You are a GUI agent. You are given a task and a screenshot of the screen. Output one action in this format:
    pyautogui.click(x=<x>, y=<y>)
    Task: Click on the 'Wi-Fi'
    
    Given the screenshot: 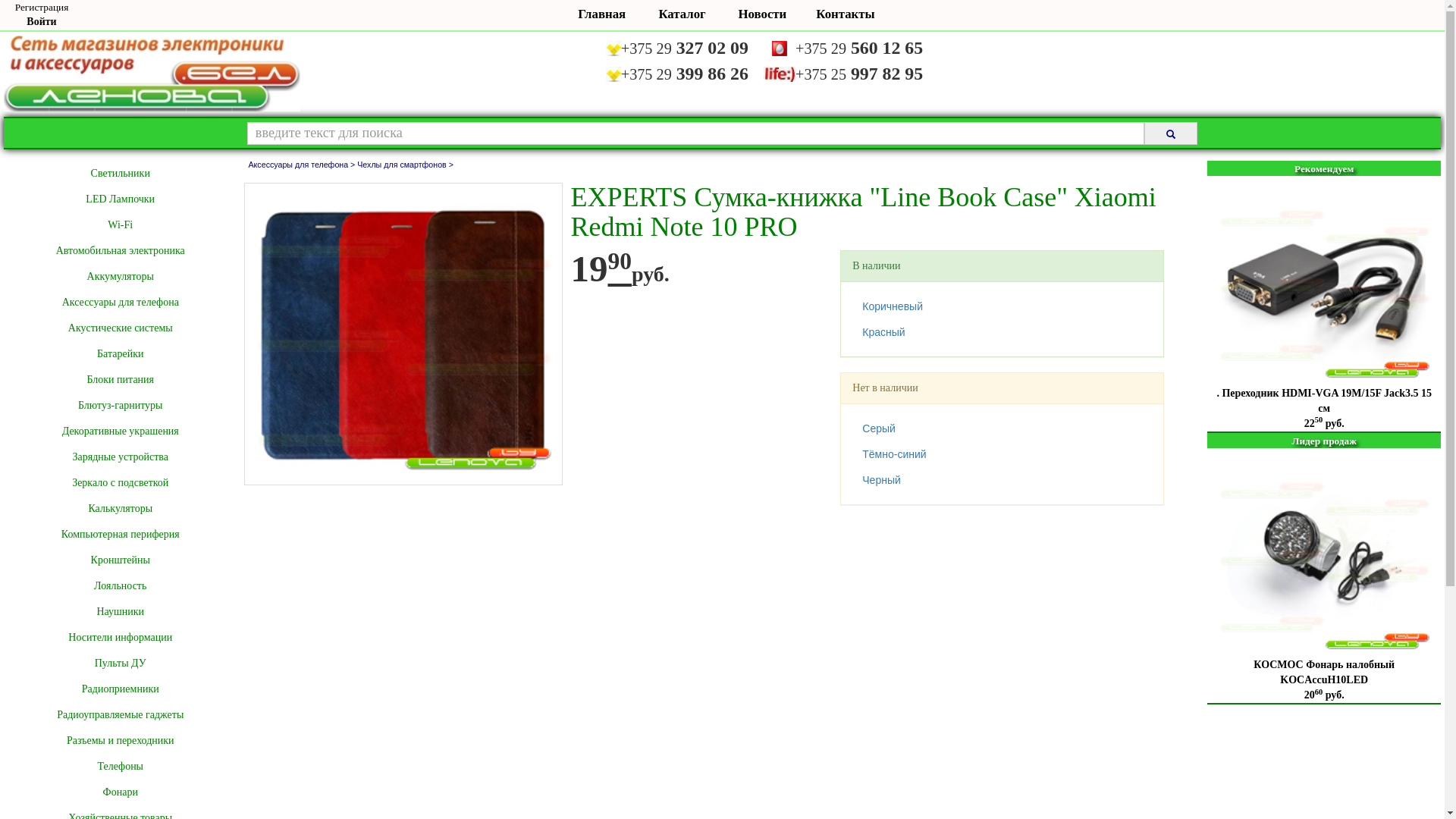 What is the action you would take?
    pyautogui.click(x=119, y=225)
    